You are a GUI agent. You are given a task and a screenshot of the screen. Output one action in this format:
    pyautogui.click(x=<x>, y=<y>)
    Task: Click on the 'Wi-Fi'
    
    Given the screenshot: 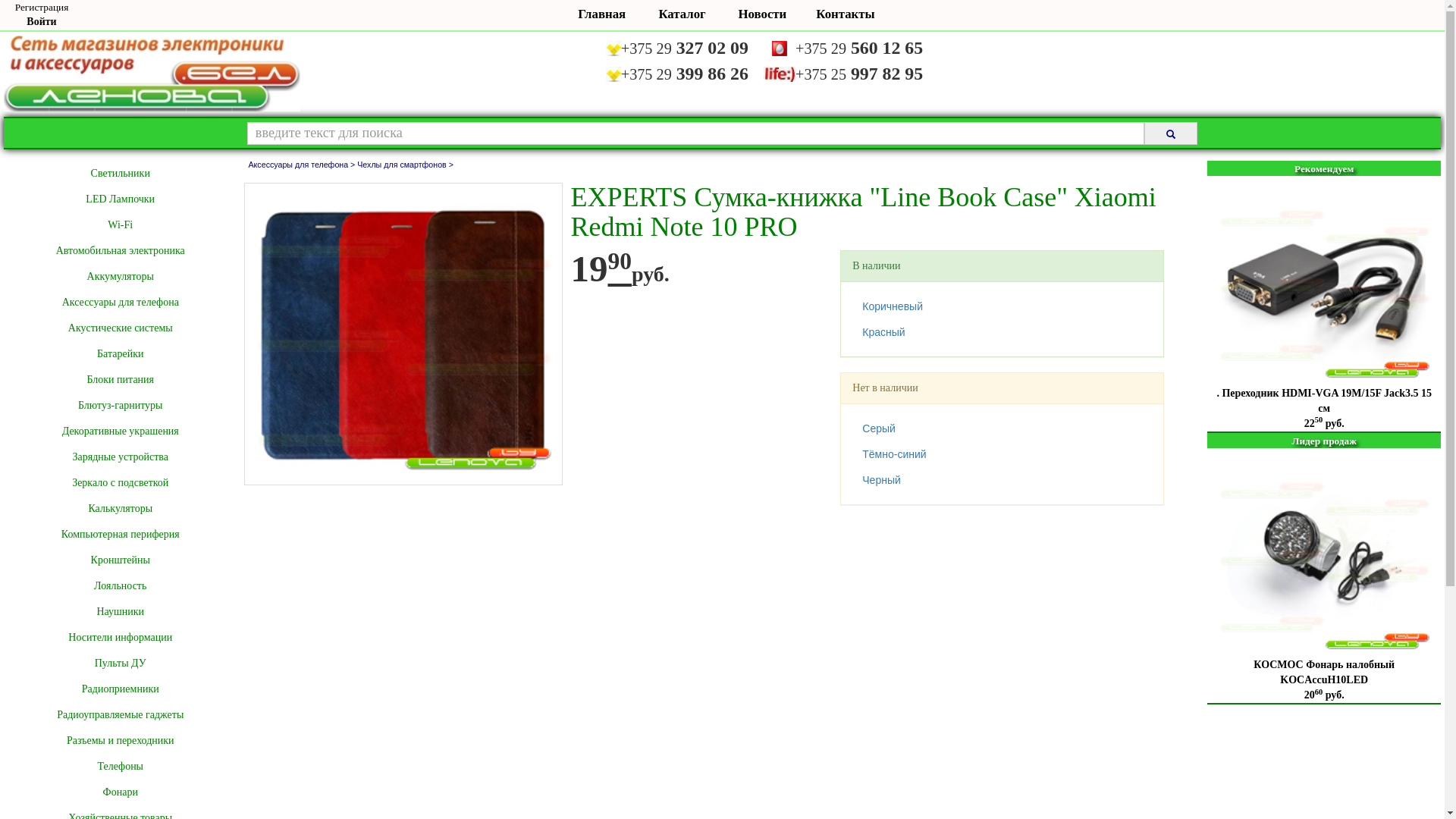 What is the action you would take?
    pyautogui.click(x=119, y=225)
    